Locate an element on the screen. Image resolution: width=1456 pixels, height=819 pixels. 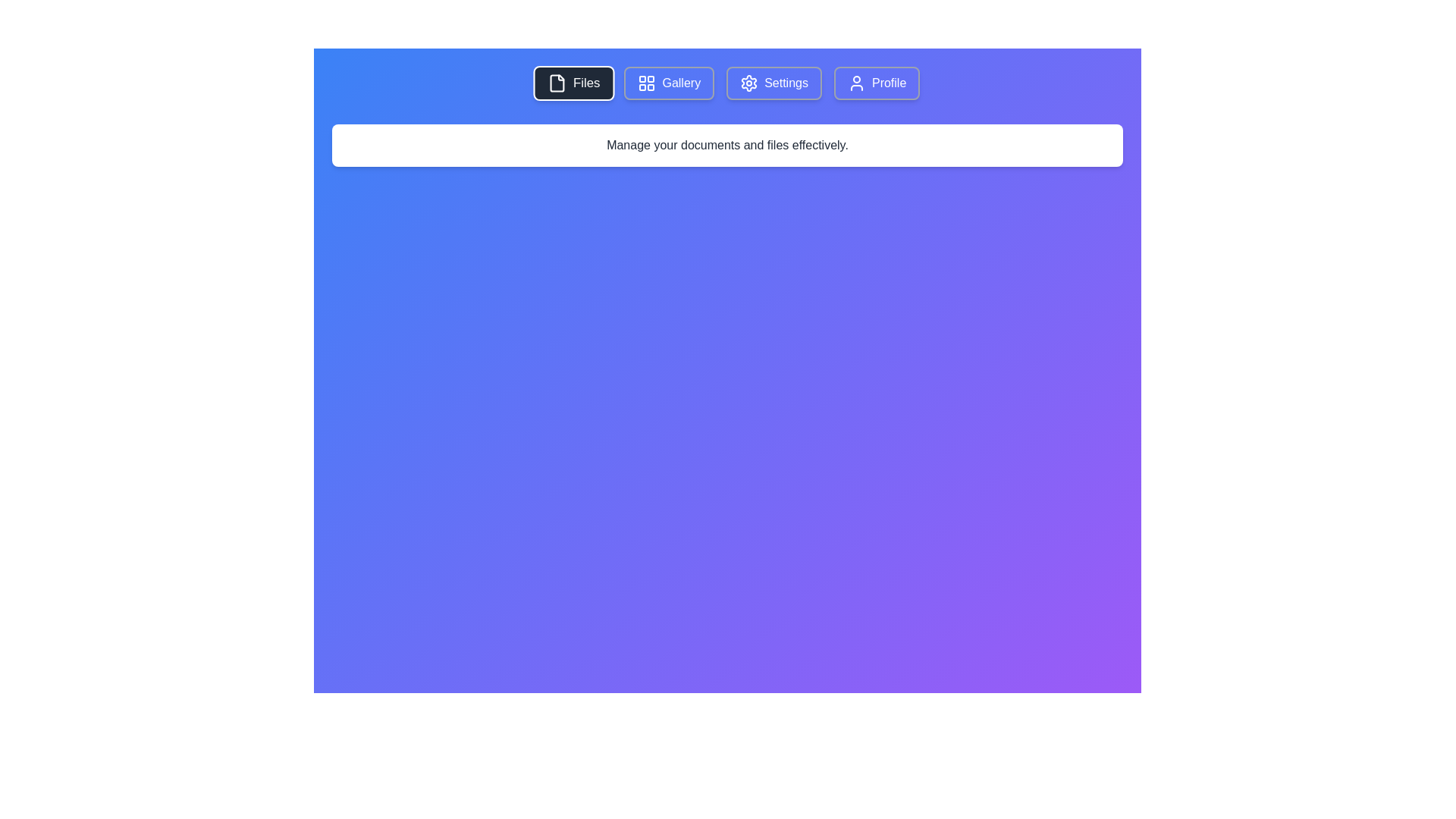
the 'Gallery' button, which is a rectangular button with a blue background and white text, located to the right of the 'Files' button in the navigation bar is located at coordinates (668, 83).